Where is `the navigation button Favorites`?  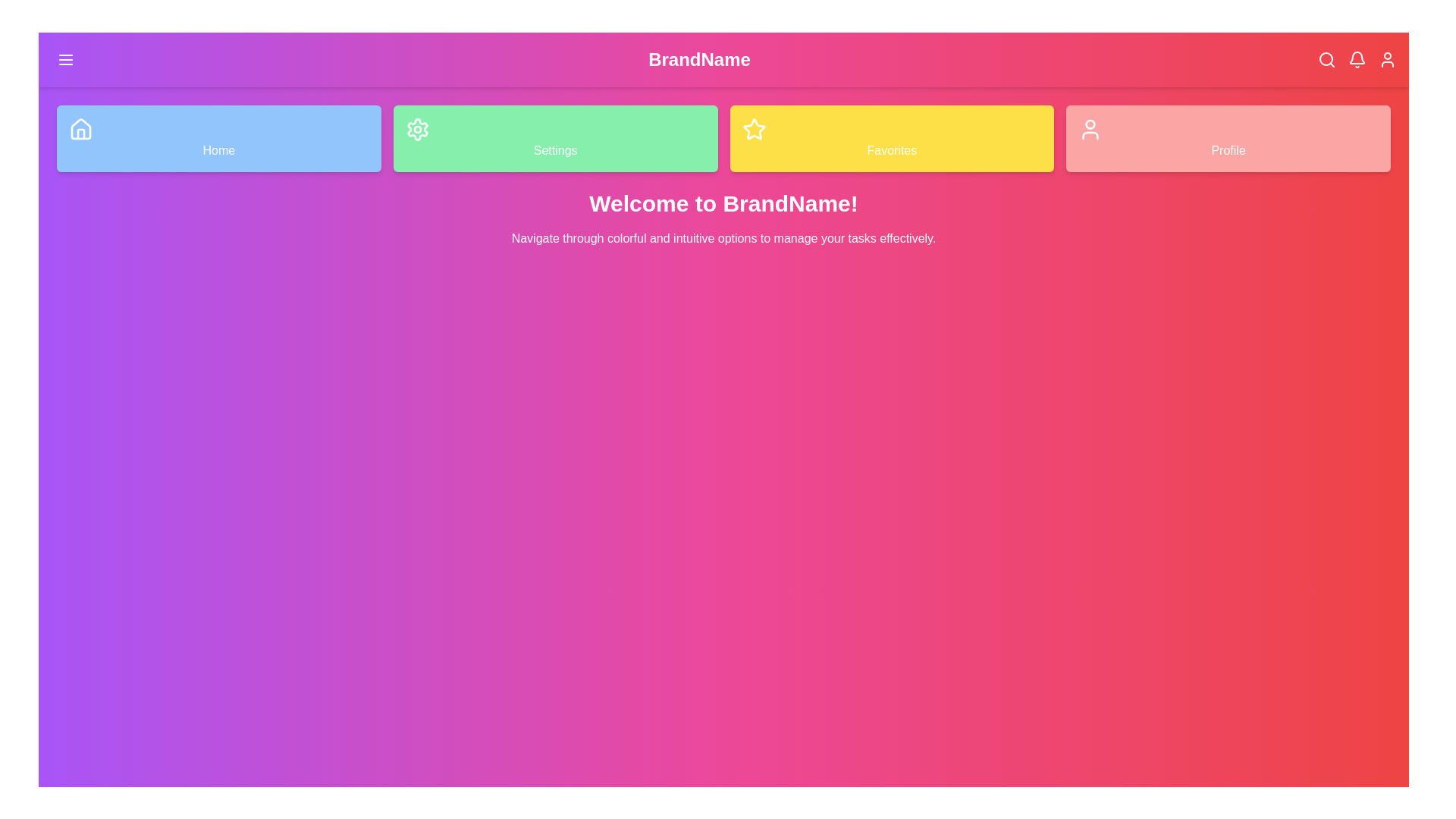
the navigation button Favorites is located at coordinates (892, 138).